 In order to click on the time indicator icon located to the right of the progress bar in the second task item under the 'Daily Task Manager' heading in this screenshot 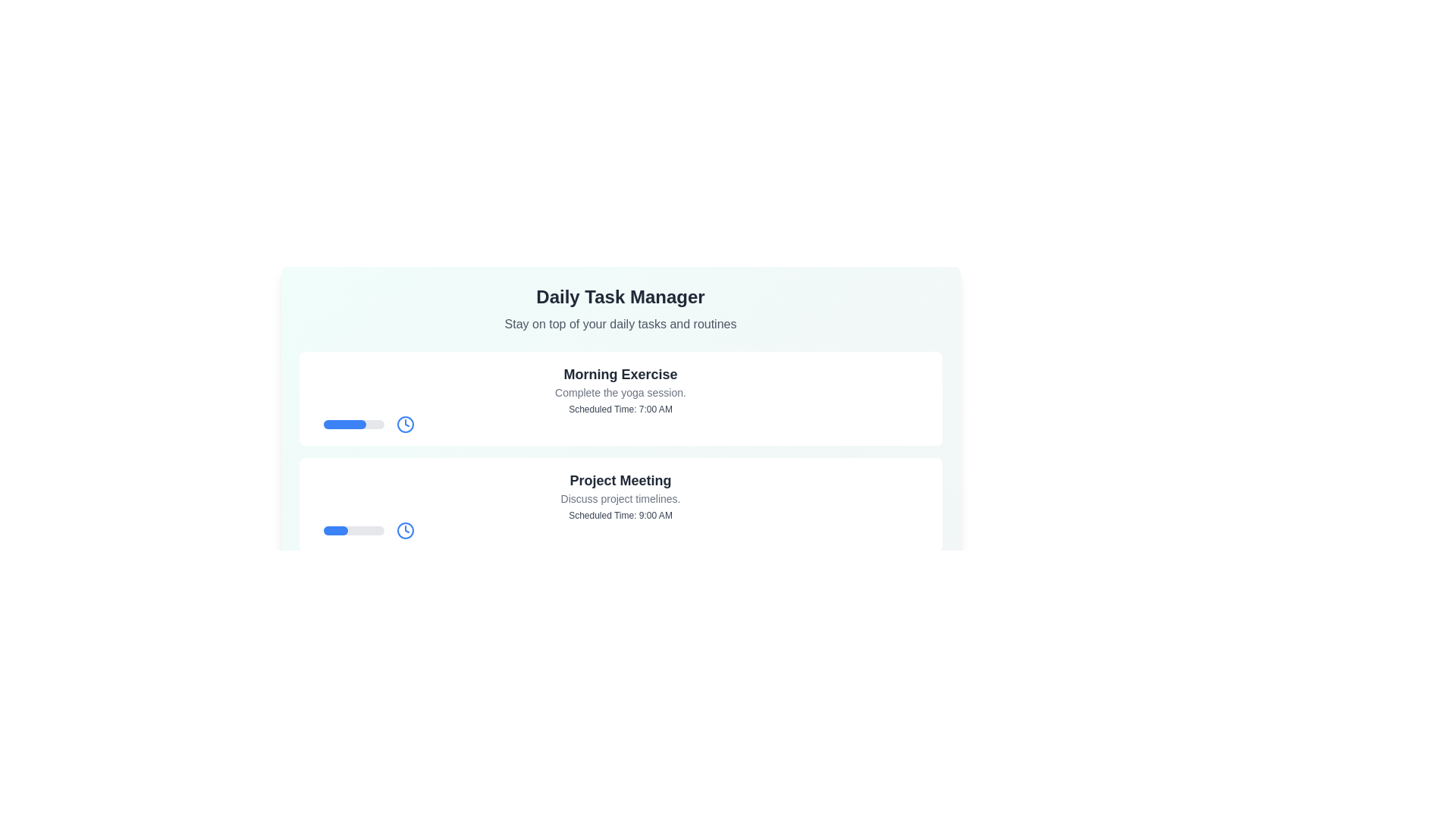, I will do `click(405, 529)`.